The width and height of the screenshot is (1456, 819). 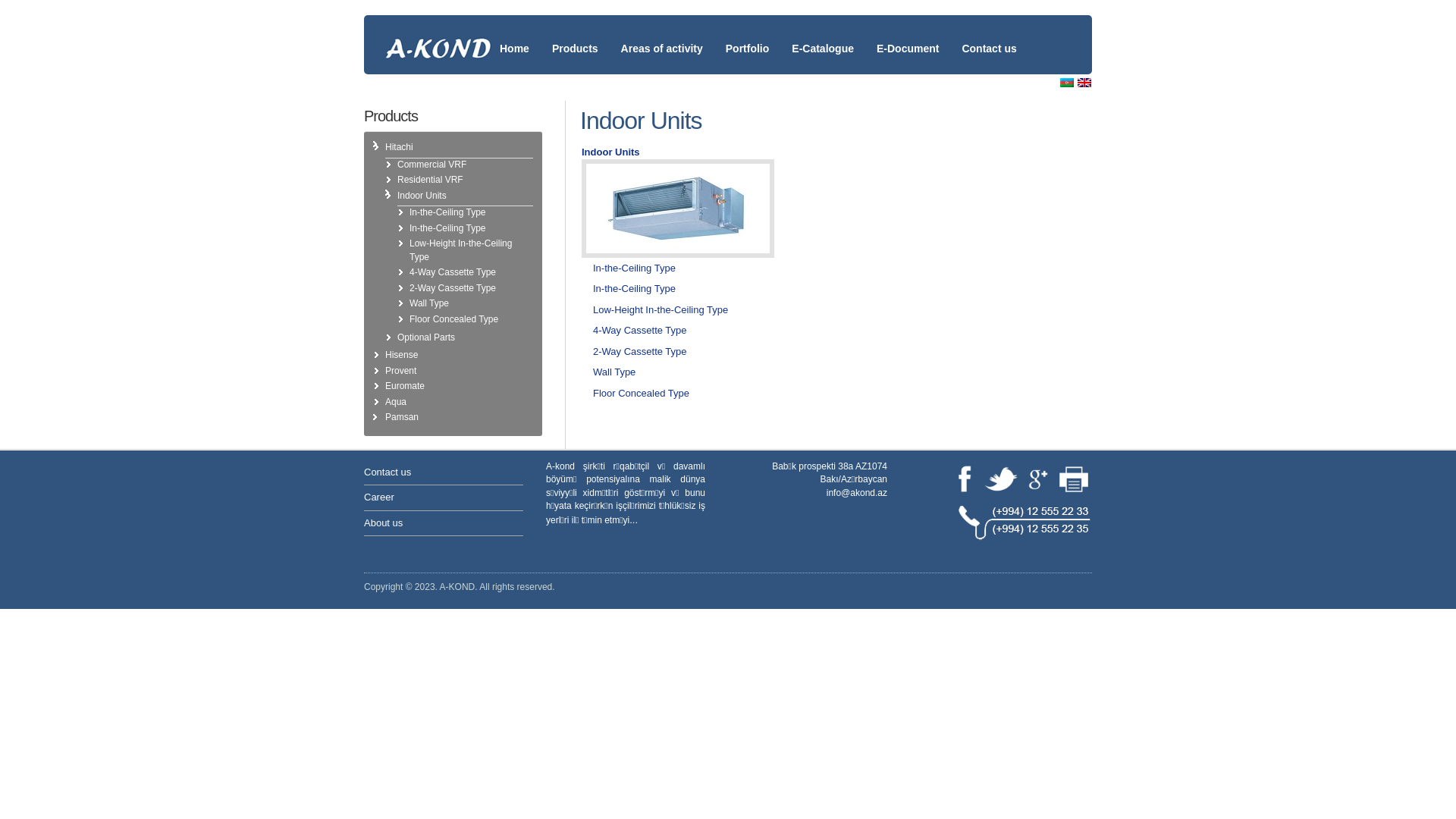 I want to click on 'About us', so click(x=383, y=522).